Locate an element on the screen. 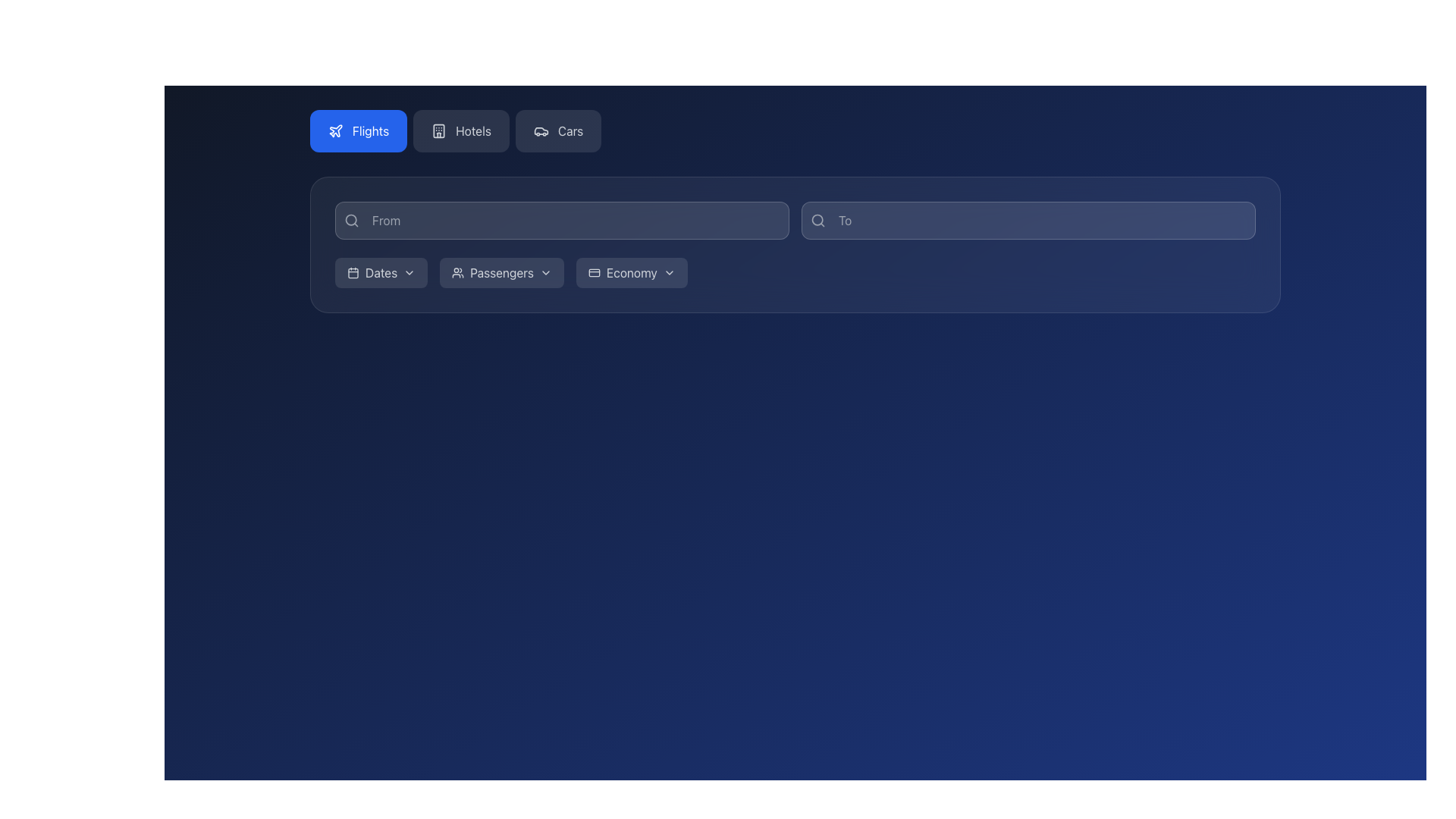 This screenshot has width=1456, height=819. the 'Hotels' category selector button located in the top section of the interface, between the 'Flights' and 'Cars' options is located at coordinates (472, 130).